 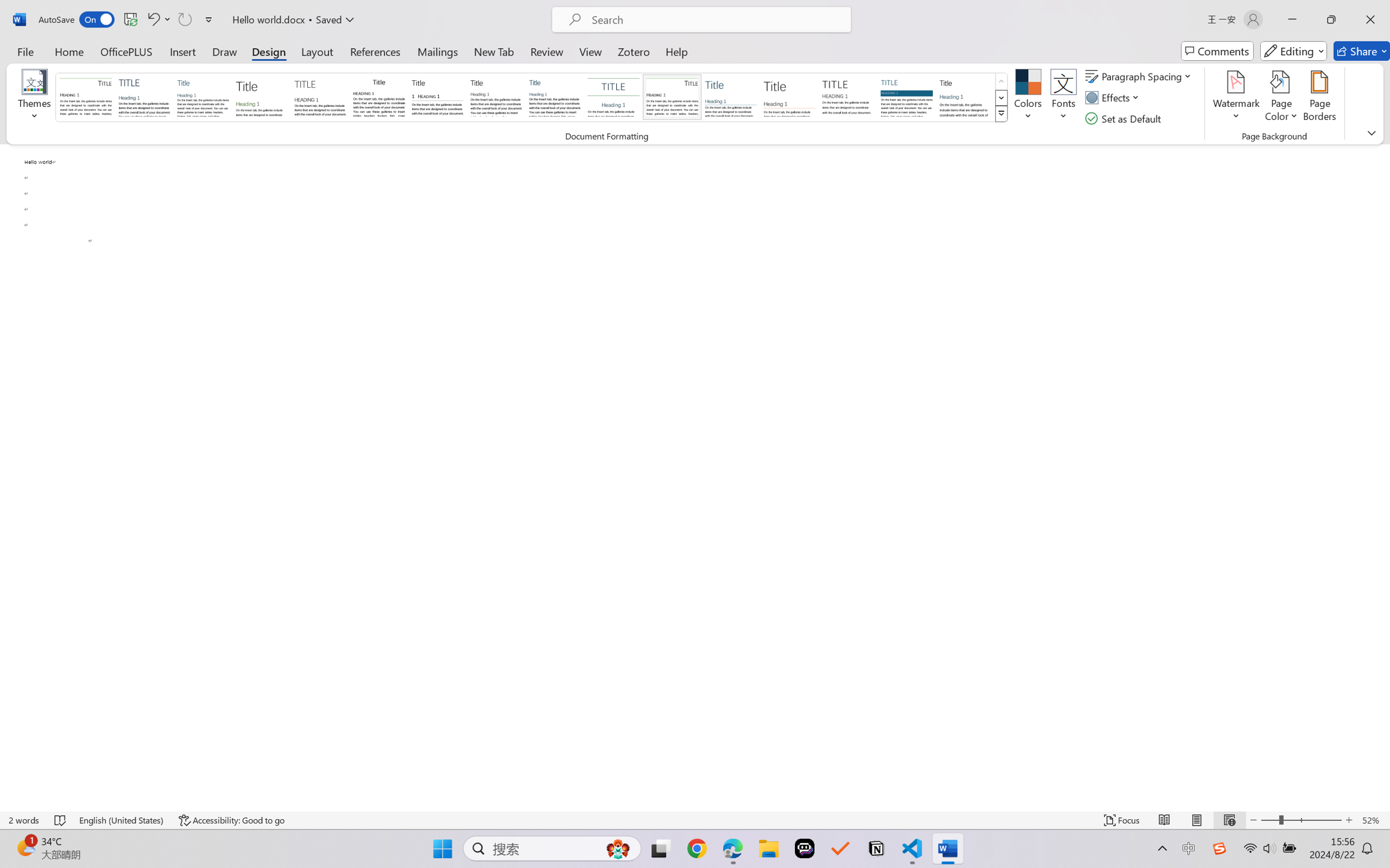 I want to click on 'Class: Image', so click(x=1219, y=848).